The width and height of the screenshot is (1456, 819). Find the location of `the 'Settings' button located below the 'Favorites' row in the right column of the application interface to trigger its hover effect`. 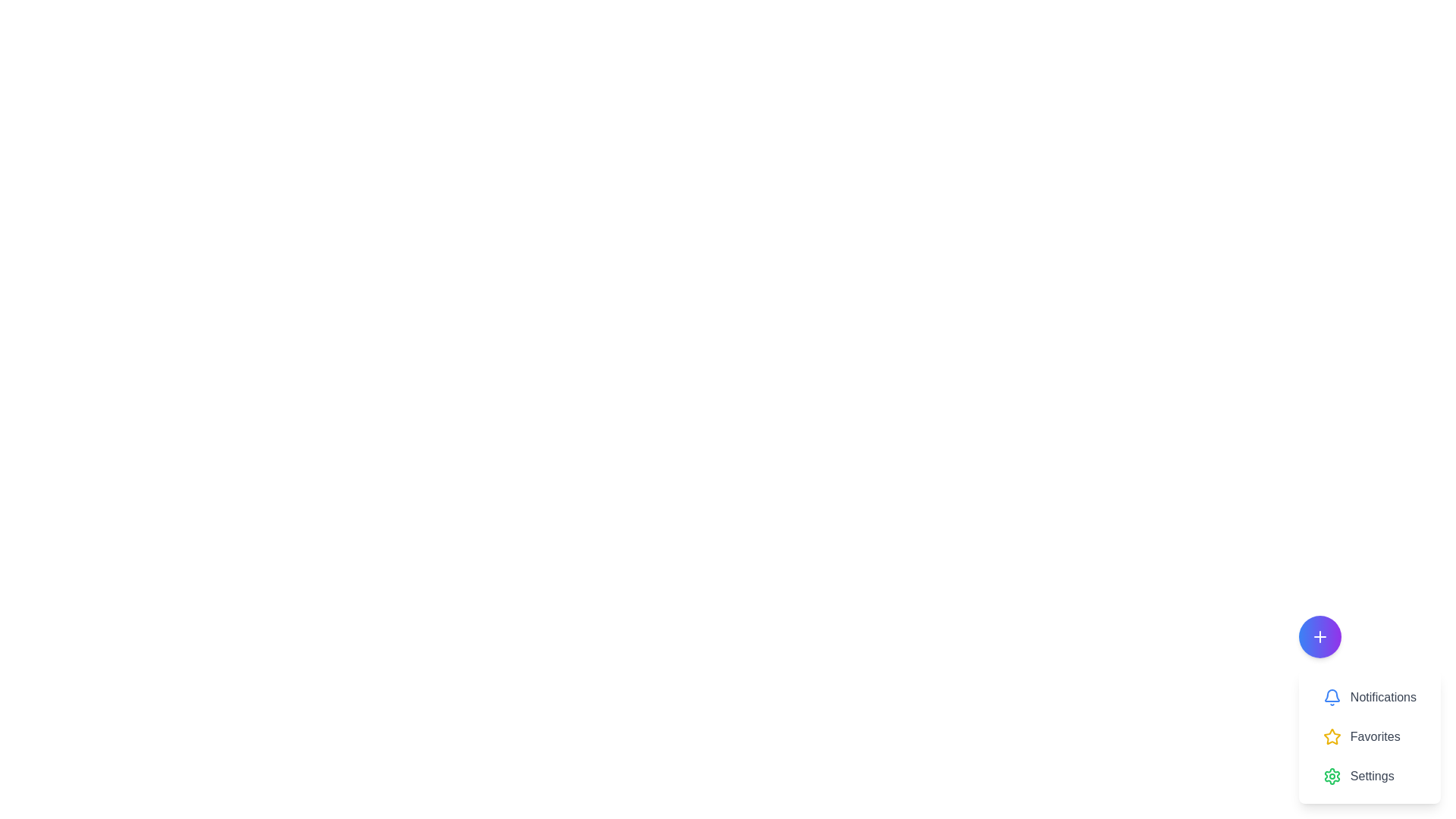

the 'Settings' button located below the 'Favorites' row in the right column of the application interface to trigger its hover effect is located at coordinates (1370, 776).